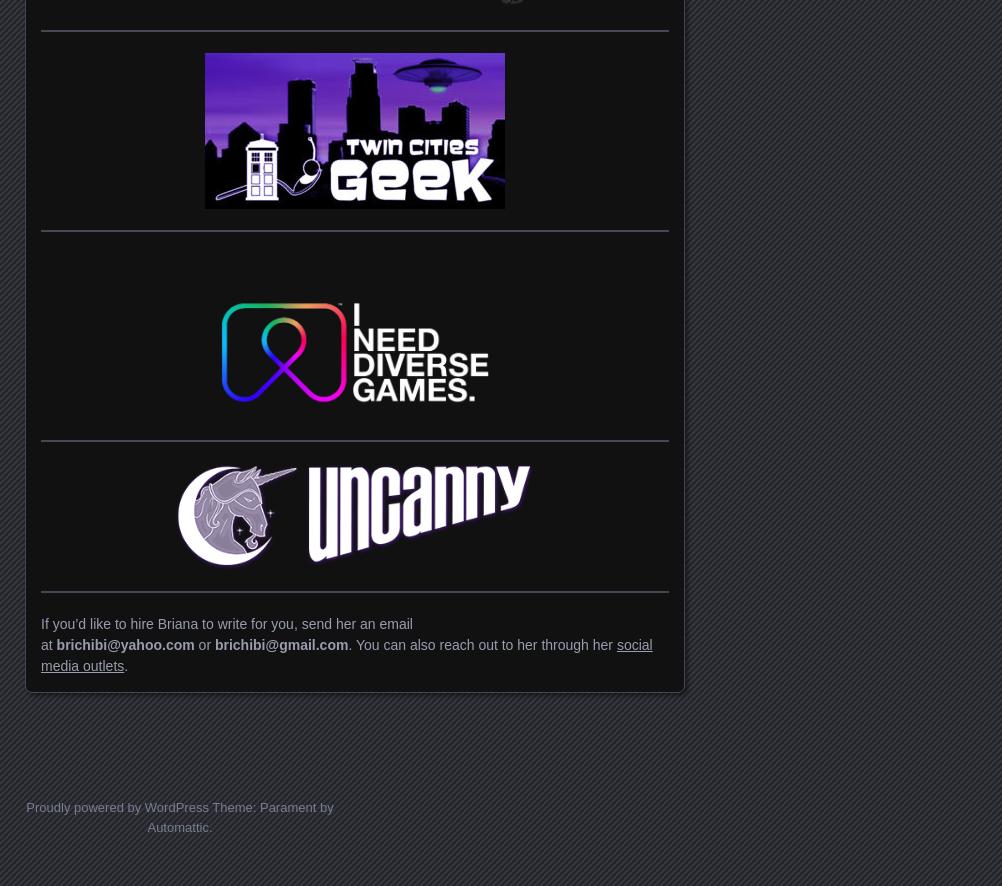  Describe the element at coordinates (480, 644) in the screenshot. I see `'. You can also reach out to her through her'` at that location.